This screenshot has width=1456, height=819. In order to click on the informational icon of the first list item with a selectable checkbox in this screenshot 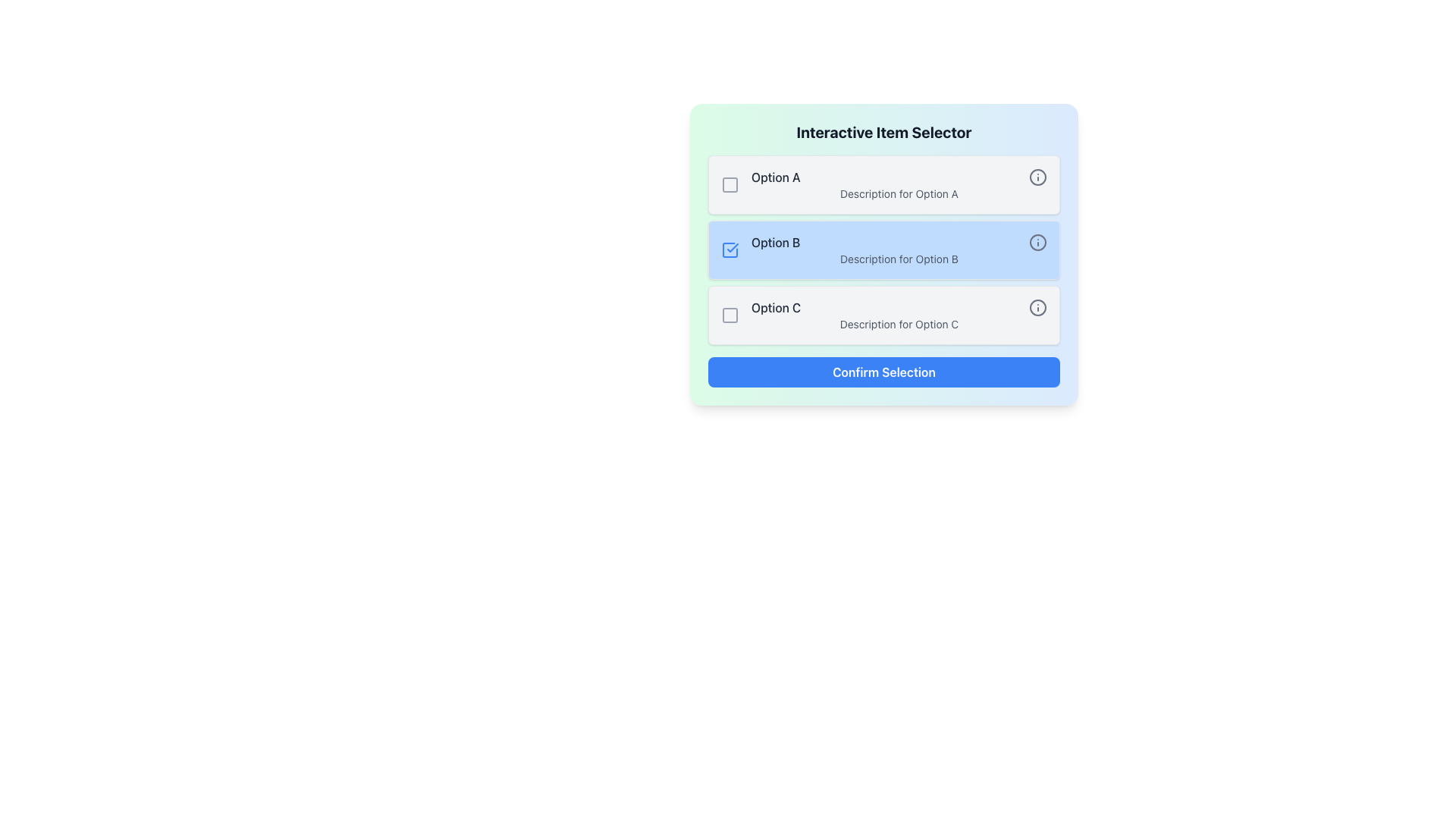, I will do `click(884, 184)`.